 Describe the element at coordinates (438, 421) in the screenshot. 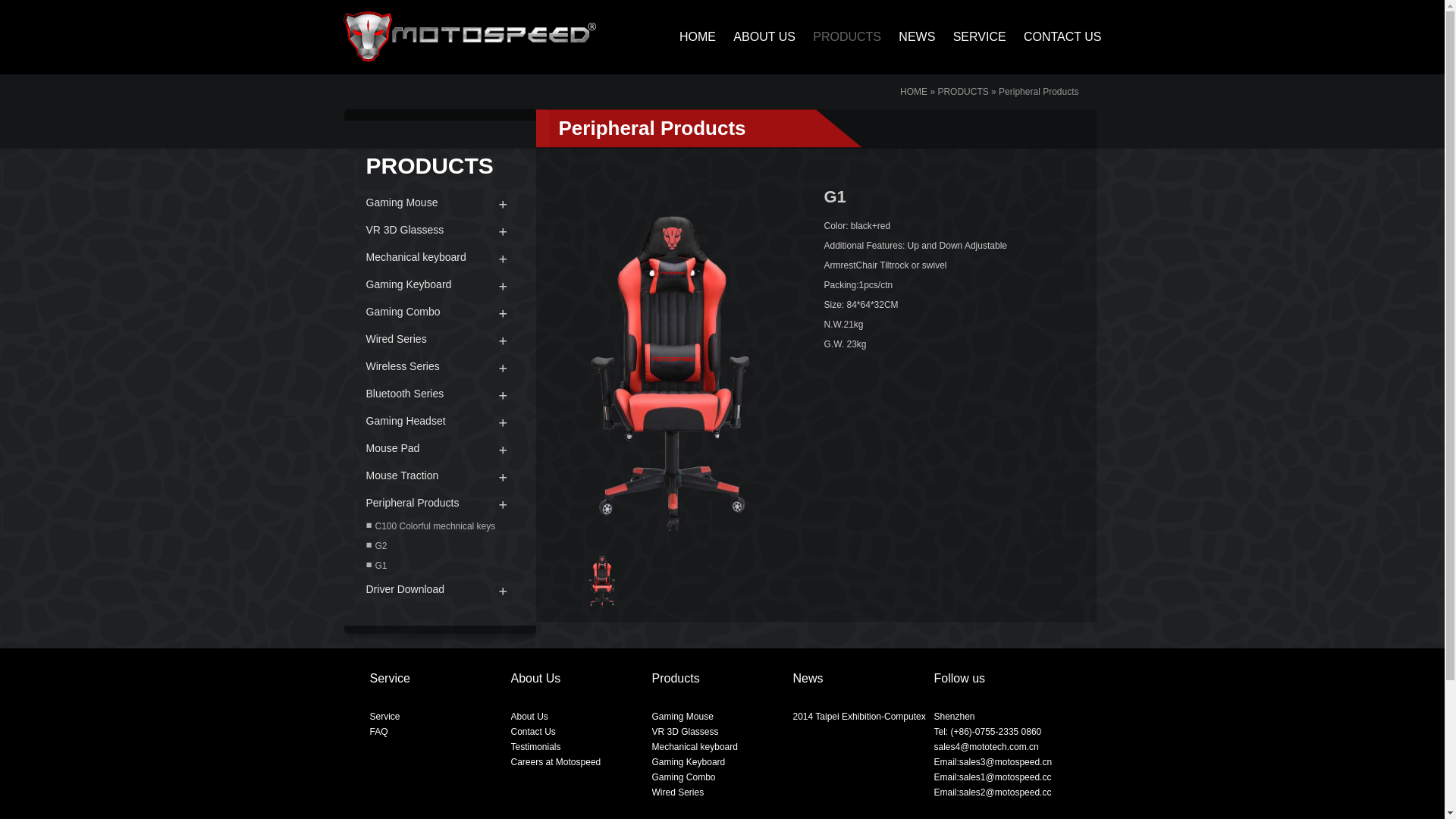

I see `'Gaming Headset'` at that location.